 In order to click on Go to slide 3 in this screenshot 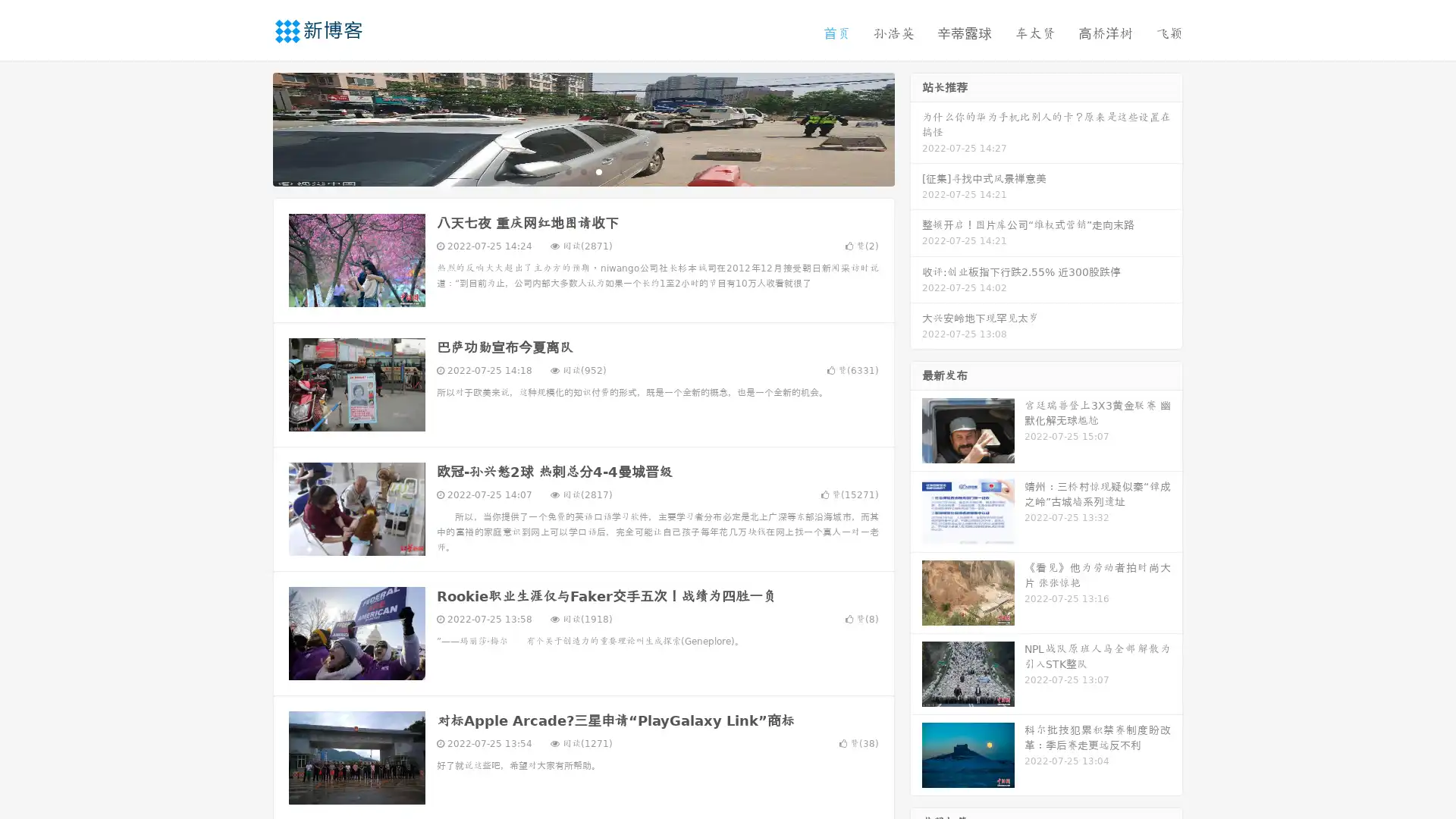, I will do `click(598, 171)`.